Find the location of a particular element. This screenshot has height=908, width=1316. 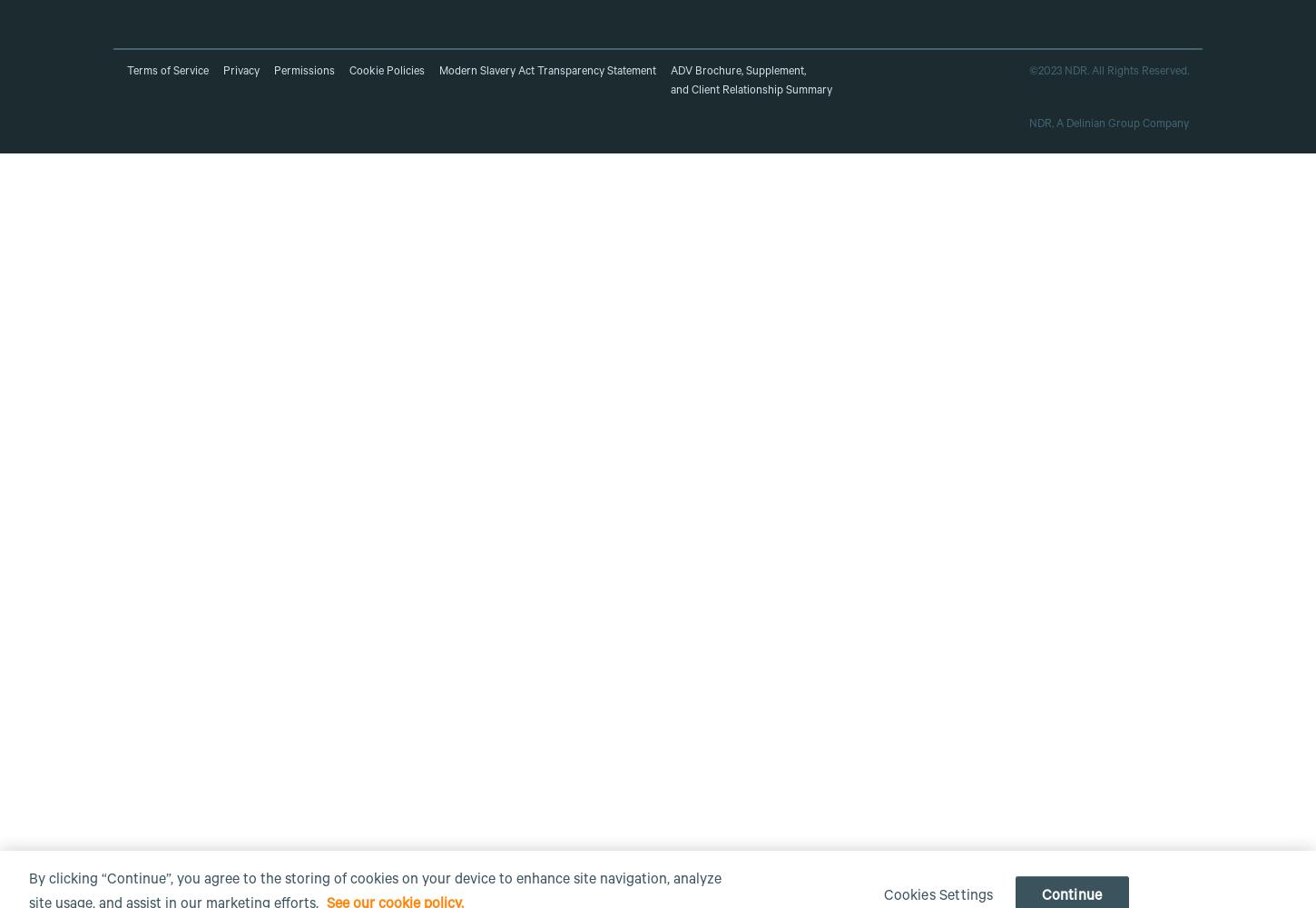

'ADV Brochure, Supplement,' is located at coordinates (738, 71).